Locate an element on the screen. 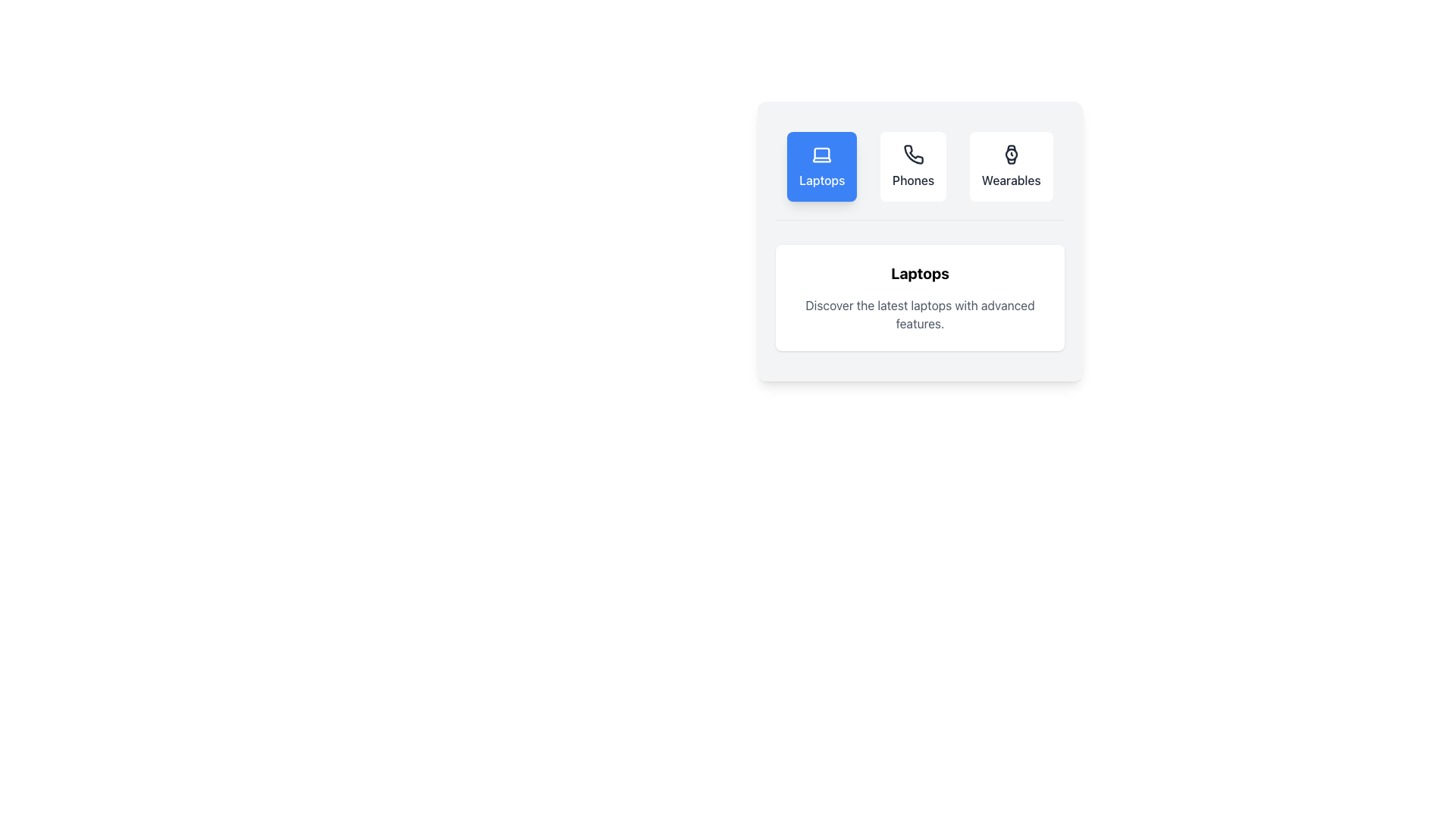 The image size is (1456, 819). the 'Laptops' category icon, which serves as a visual indicator for the laptops section in the top left of the card-like interface is located at coordinates (821, 155).